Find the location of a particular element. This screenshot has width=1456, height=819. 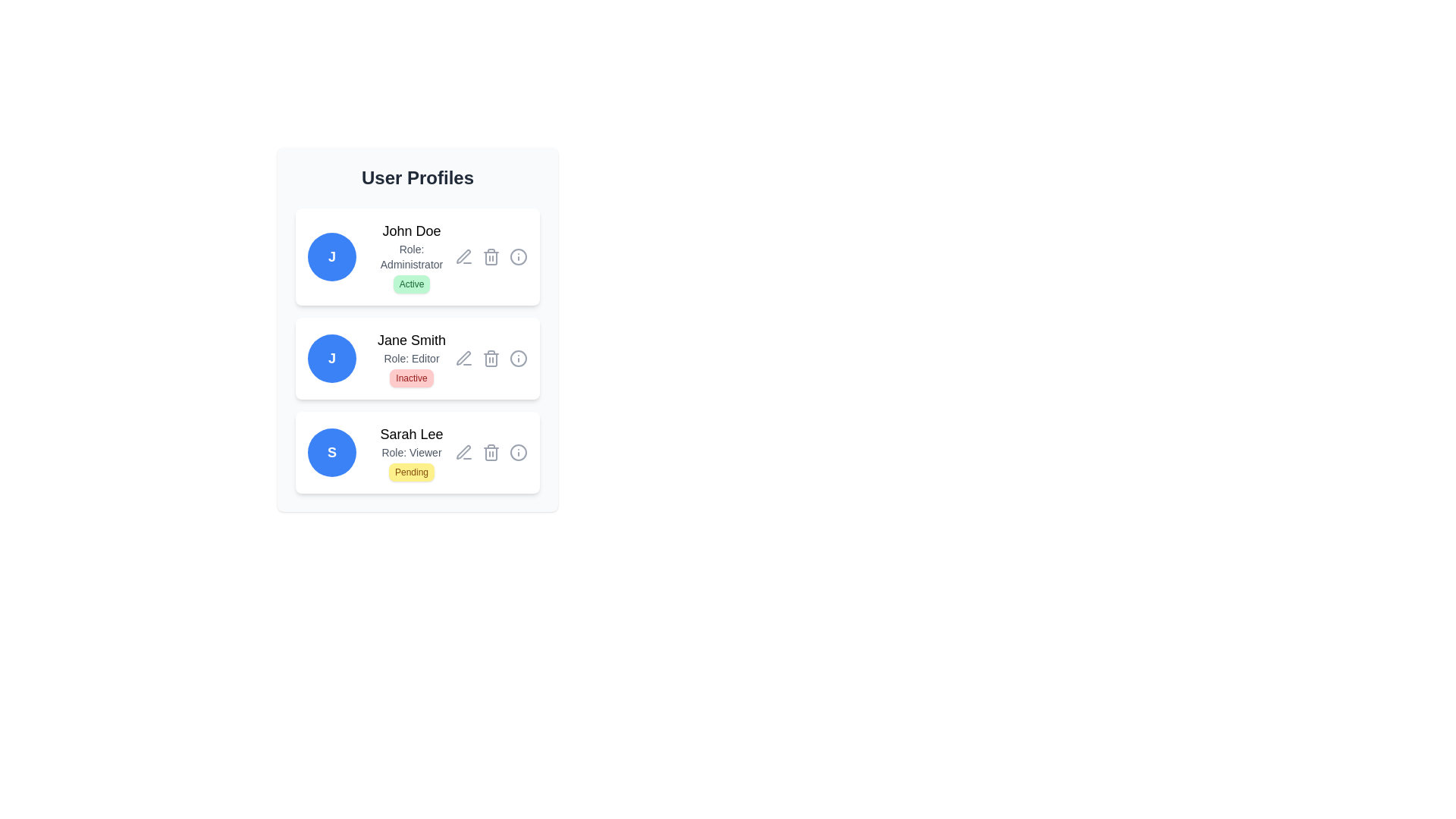

status text displayed in the label indicating that the user is active, located at the bottom of the user details section beneath 'Role: Administrator' is located at coordinates (411, 284).